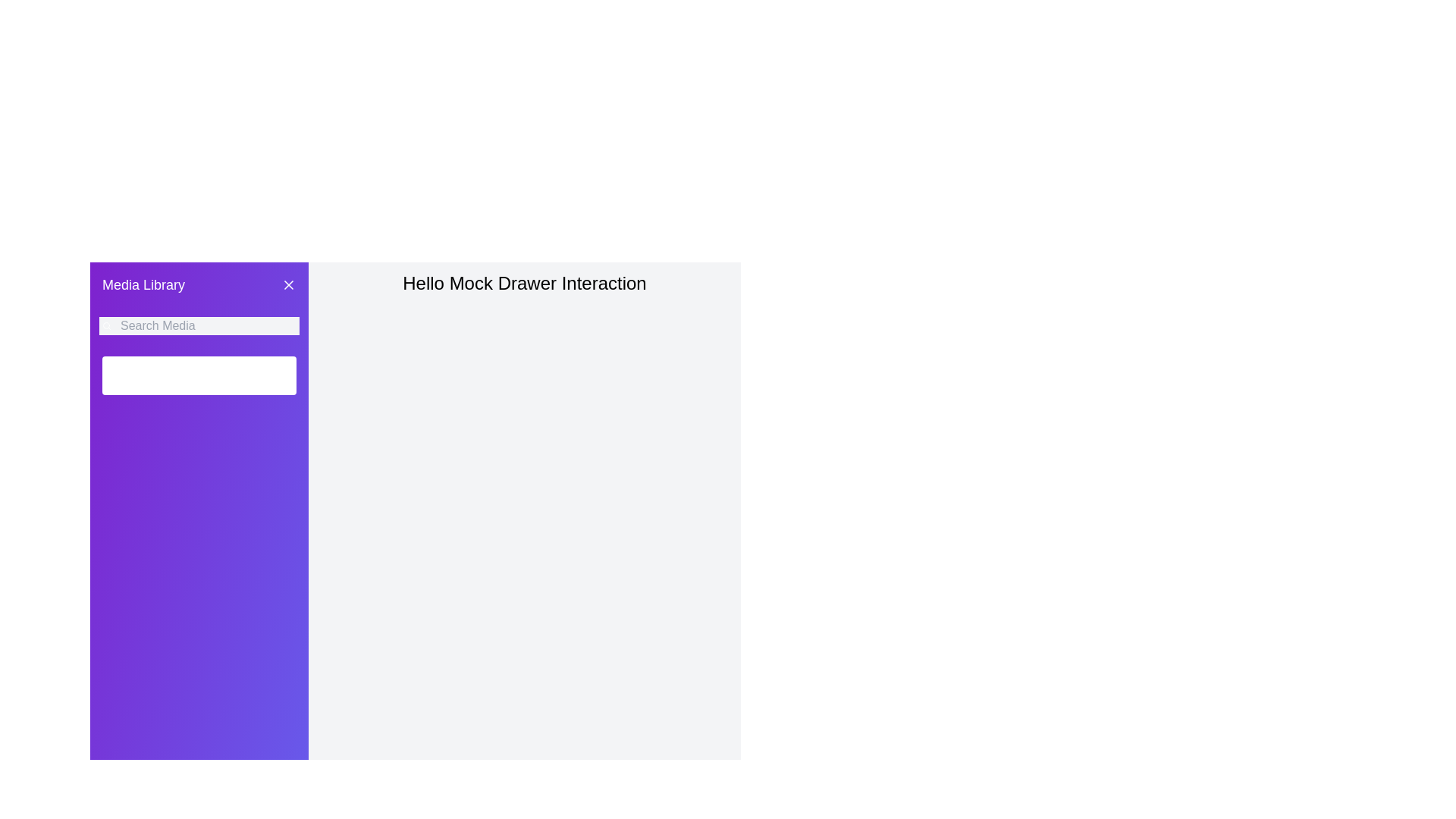 Image resolution: width=1456 pixels, height=819 pixels. What do you see at coordinates (288, 284) in the screenshot?
I see `the close button located in the top-right corner of the purple header section labeled 'Media Library'` at bounding box center [288, 284].